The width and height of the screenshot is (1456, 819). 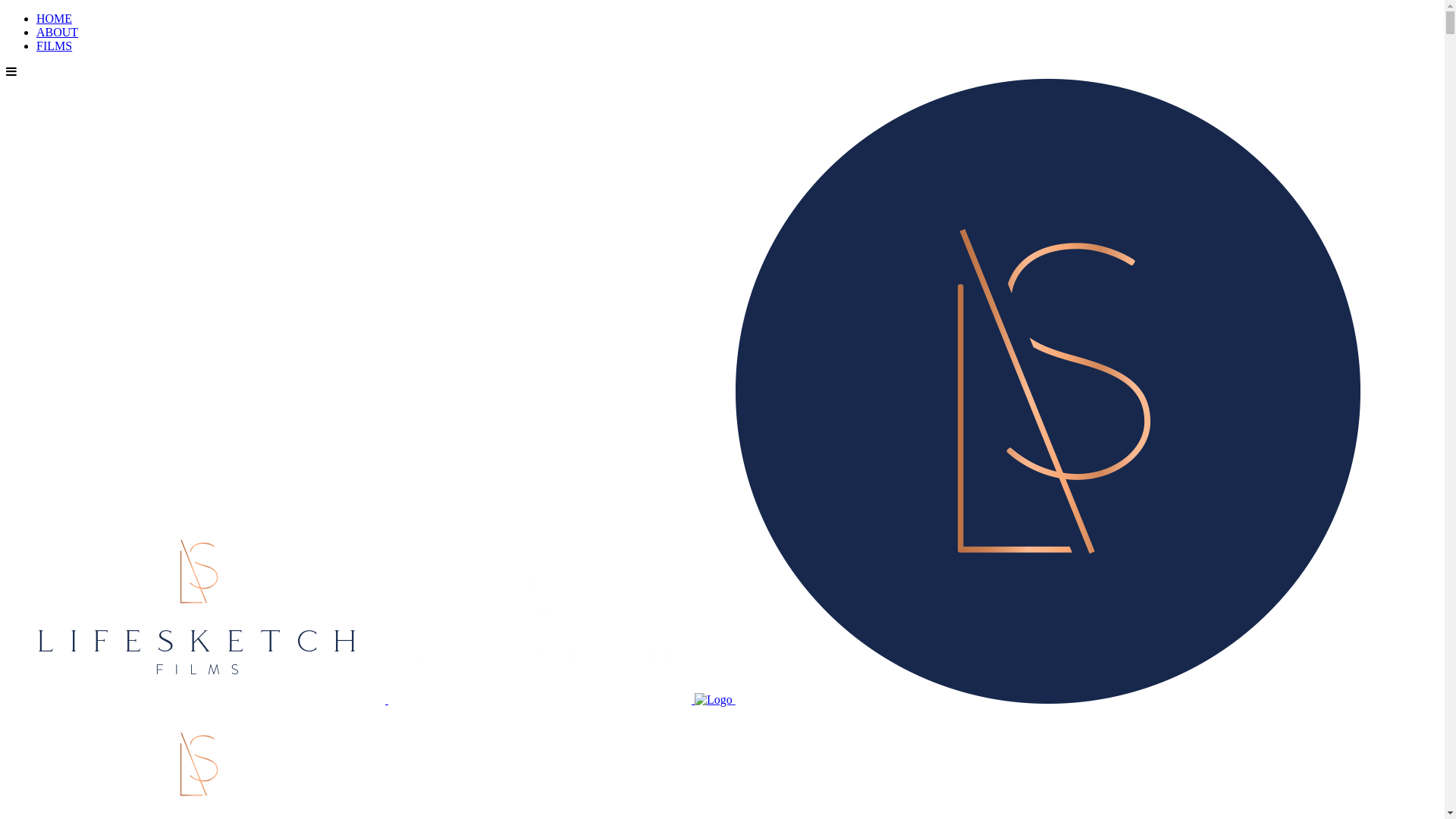 What do you see at coordinates (54, 18) in the screenshot?
I see `'HOME'` at bounding box center [54, 18].